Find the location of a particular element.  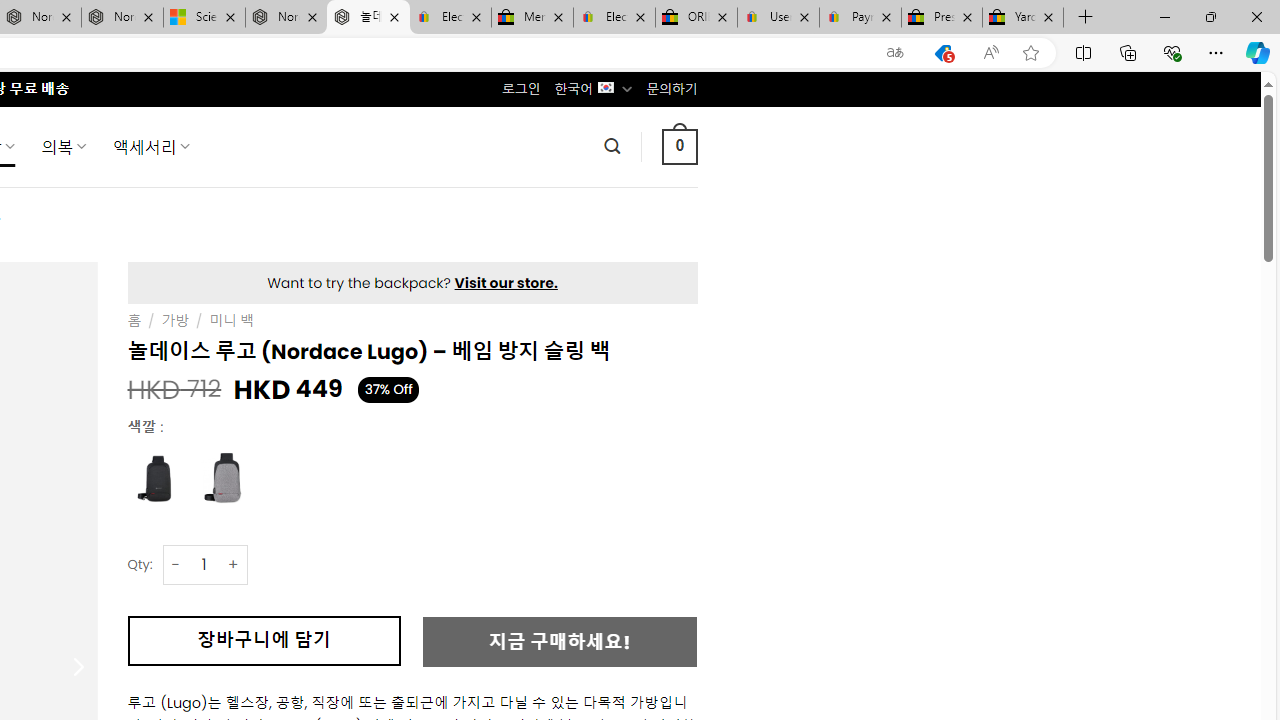

' 0 ' is located at coordinates (679, 145).